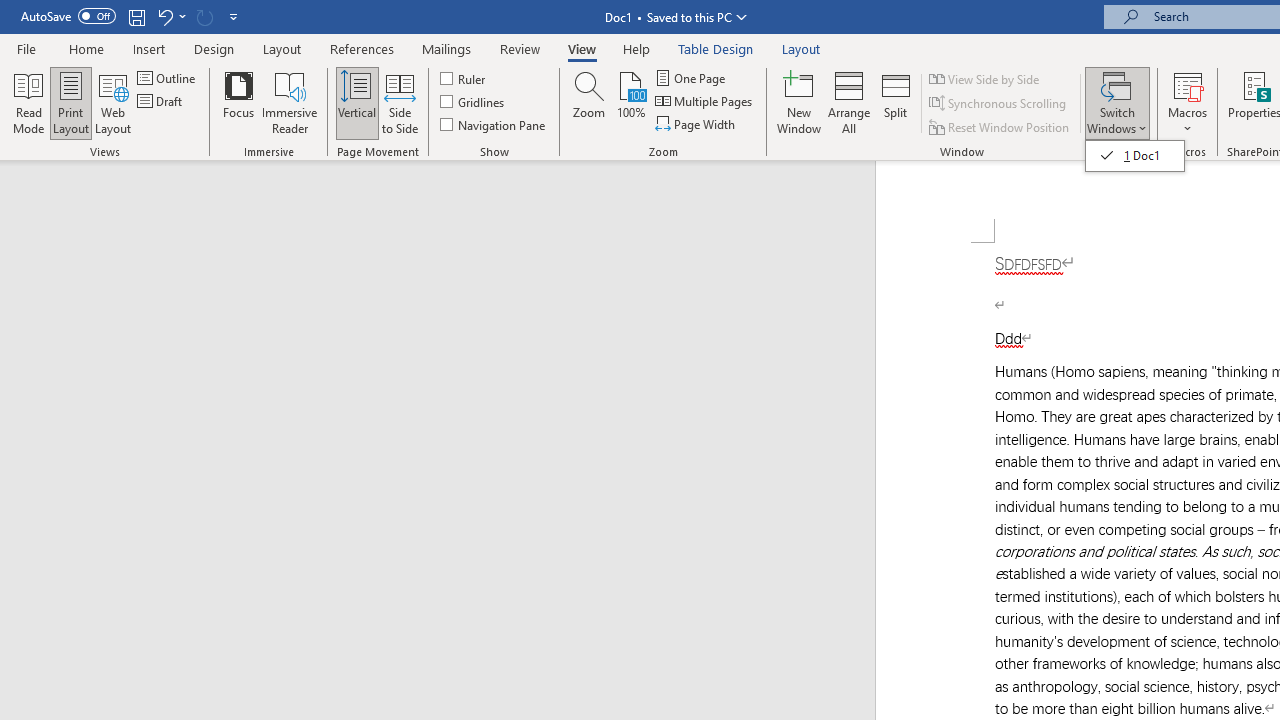 The image size is (1280, 720). Describe the element at coordinates (135, 16) in the screenshot. I see `'Save'` at that location.